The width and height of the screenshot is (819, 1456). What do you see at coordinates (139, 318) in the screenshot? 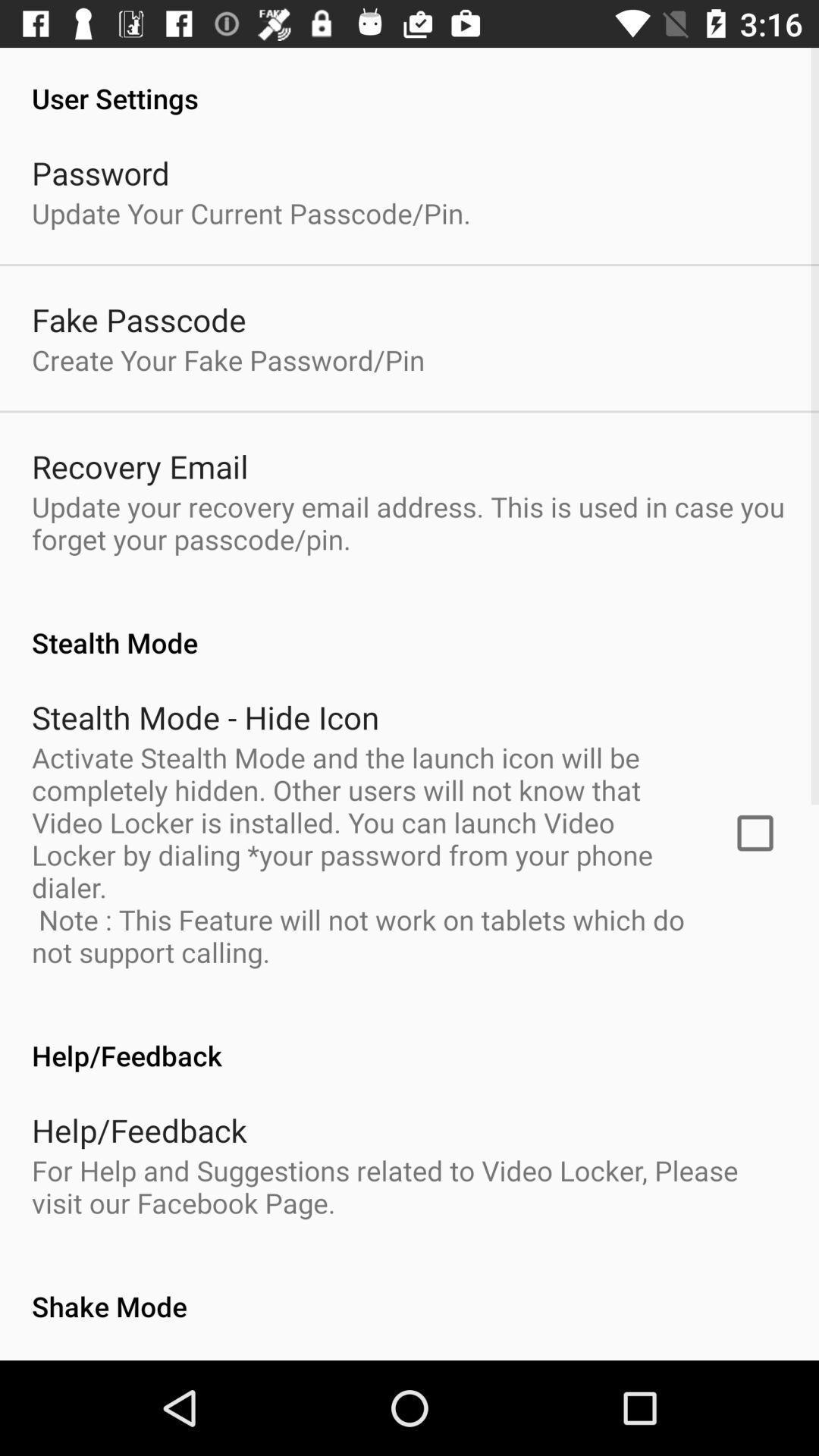
I see `item above create your fake item` at bounding box center [139, 318].